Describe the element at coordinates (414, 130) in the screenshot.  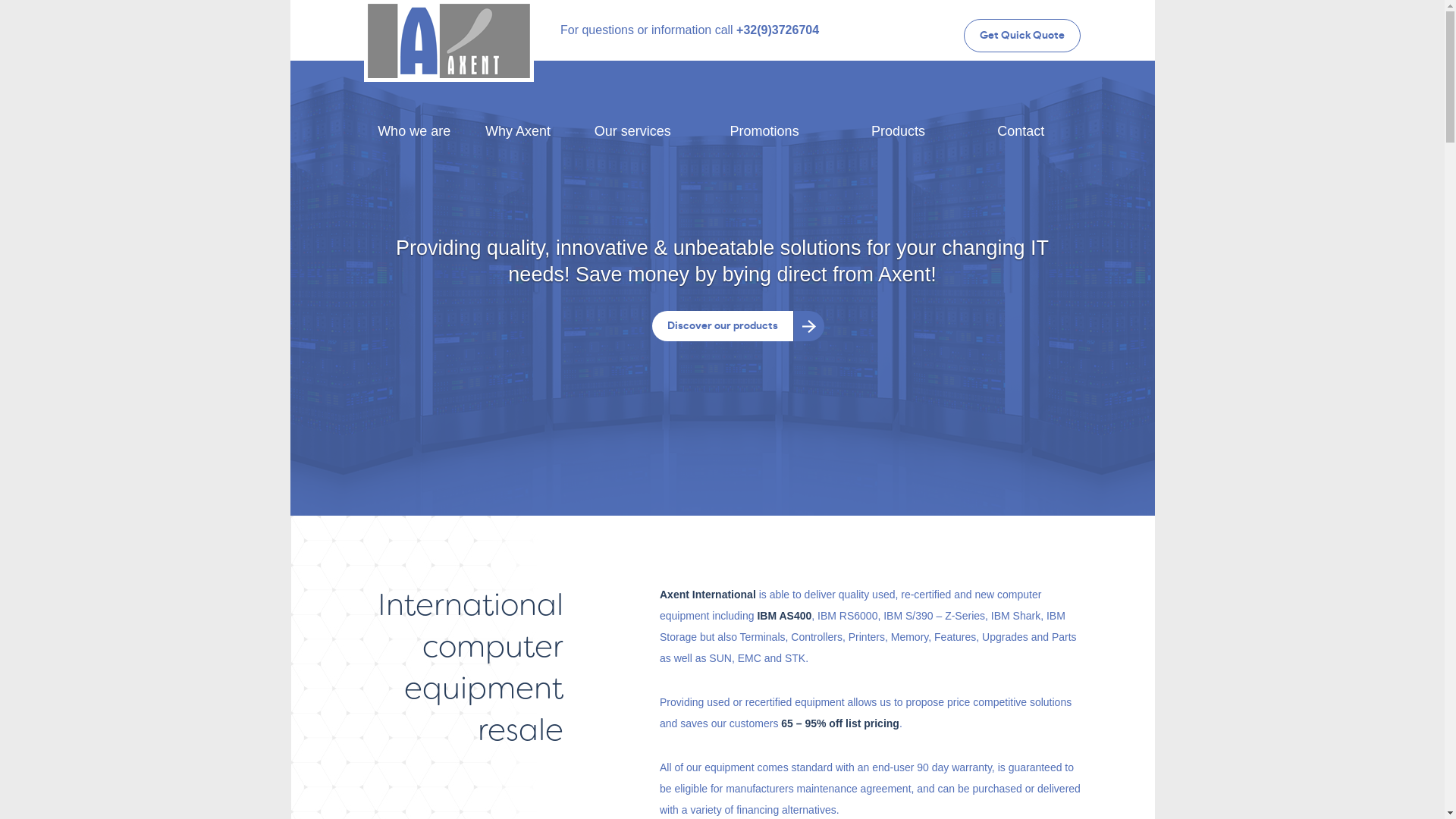
I see `'Who we are'` at that location.